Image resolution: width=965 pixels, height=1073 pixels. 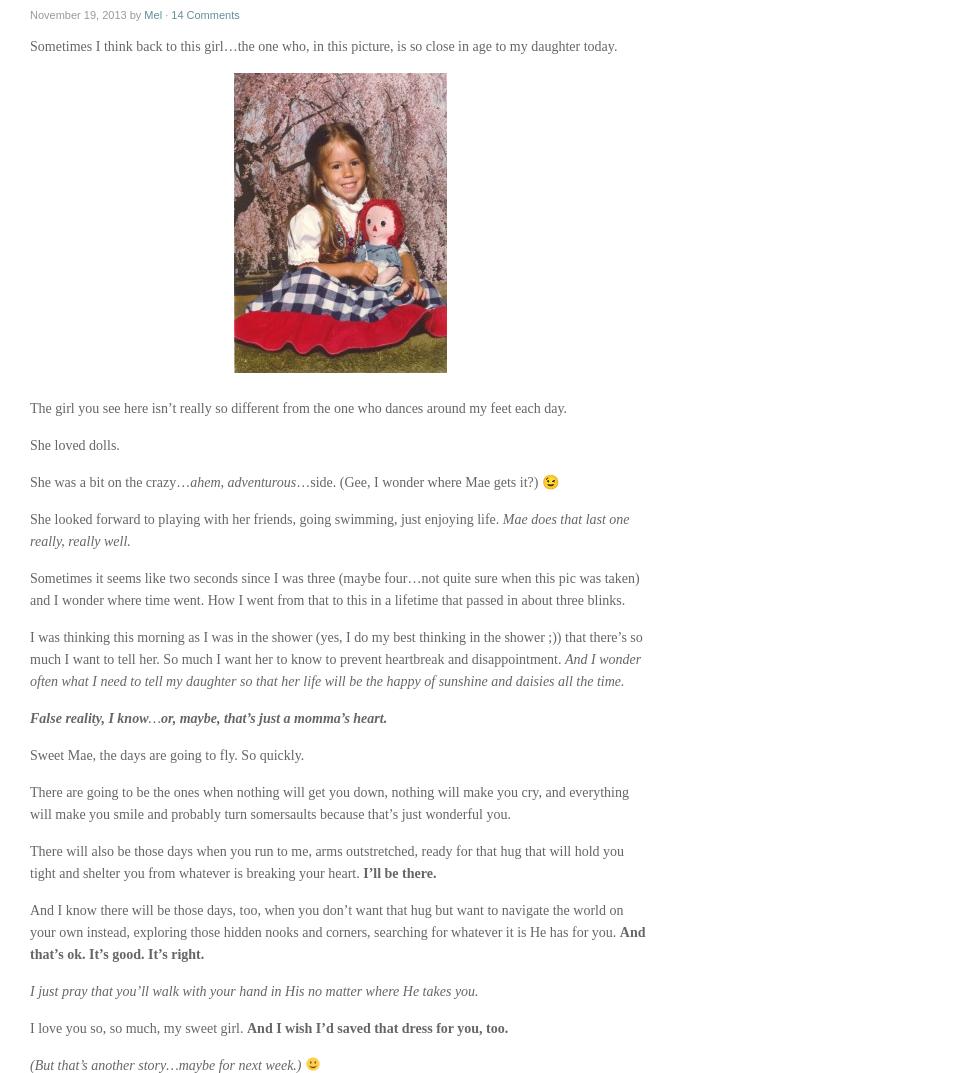 I want to click on 'I love you so, so much, my sweet girl.', so click(x=137, y=1028).